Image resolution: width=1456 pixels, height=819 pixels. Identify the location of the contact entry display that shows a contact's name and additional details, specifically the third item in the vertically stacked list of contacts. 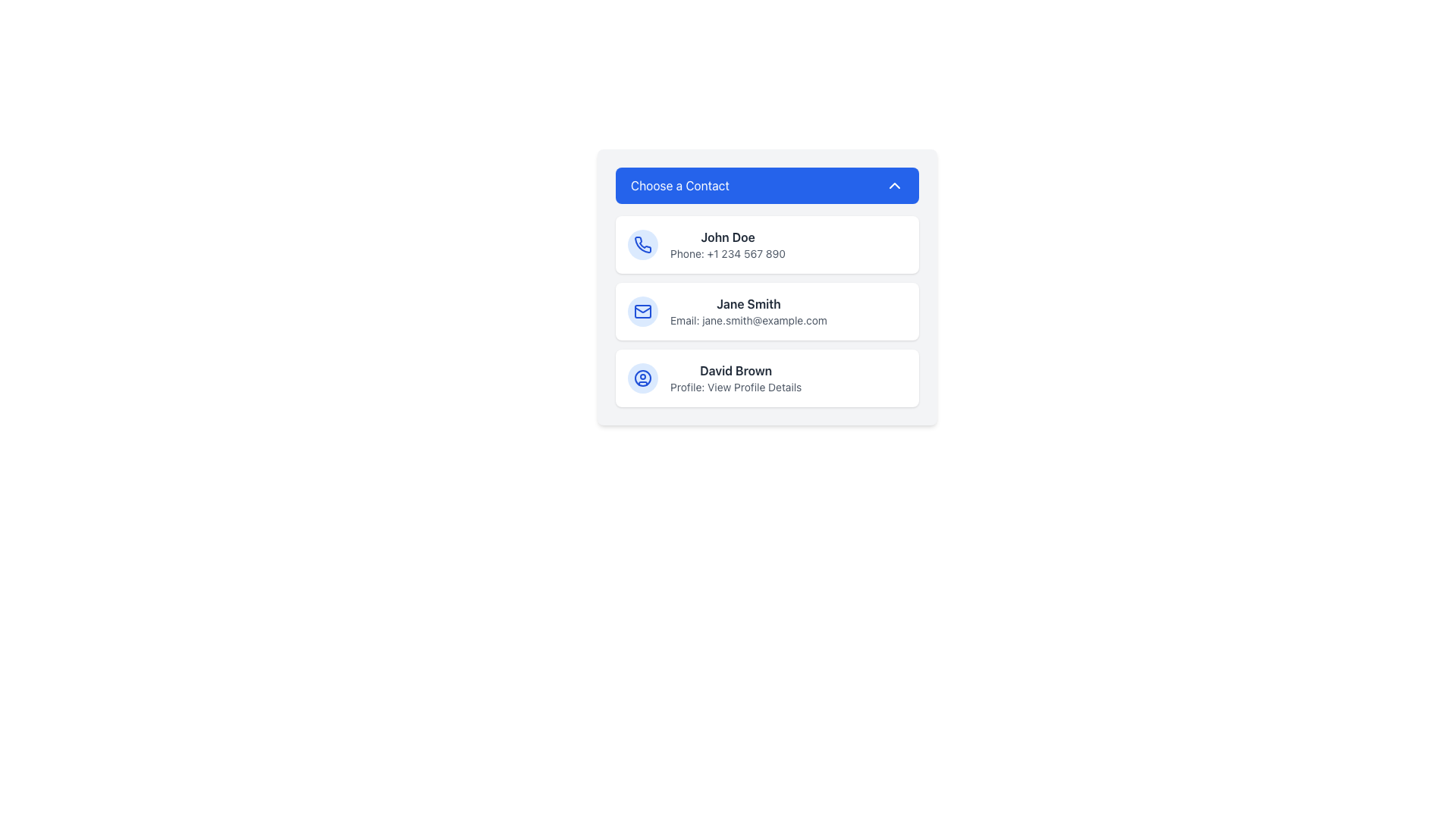
(736, 377).